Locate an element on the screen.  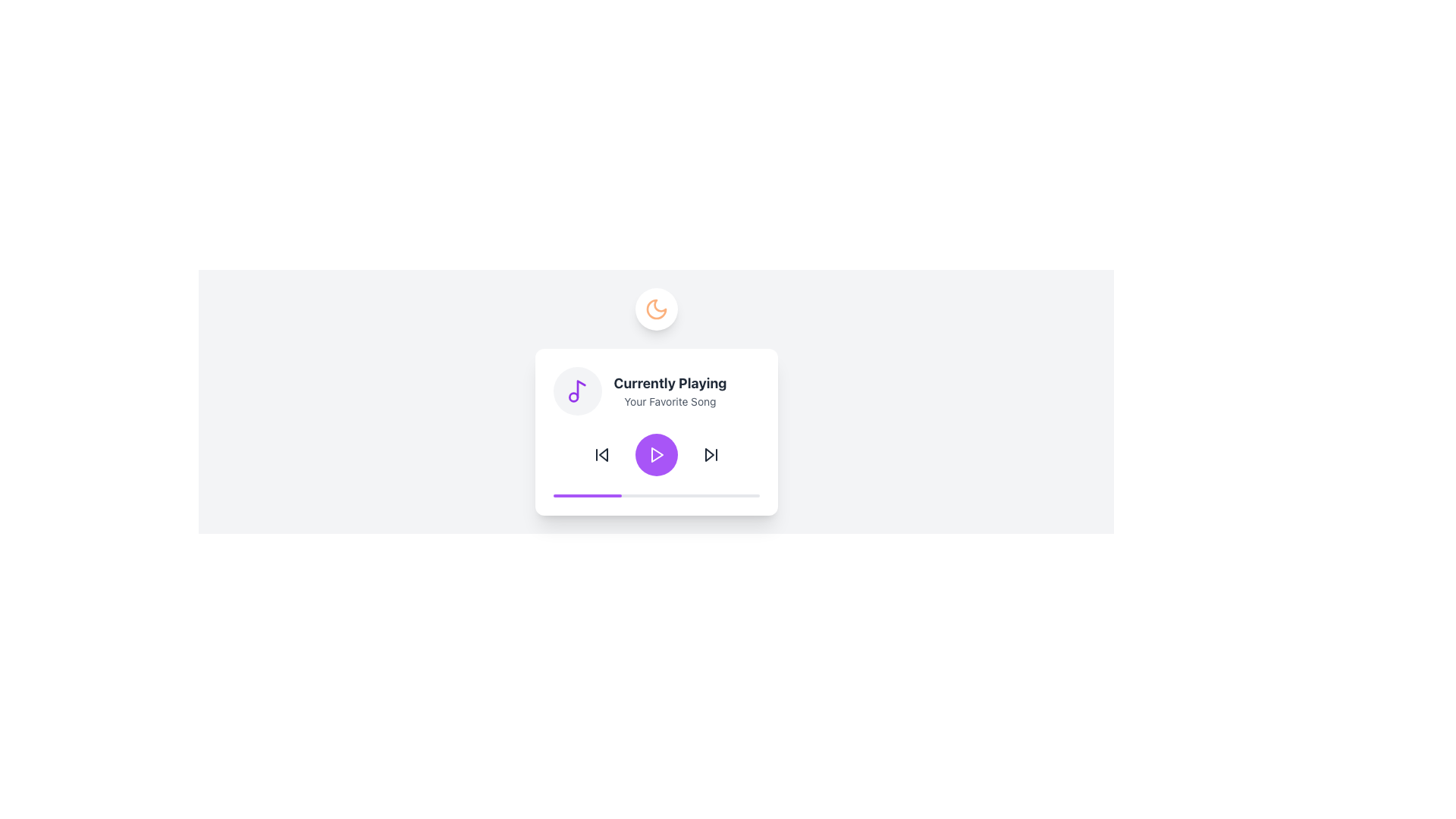
the small circular graphic element representing a note or dot within the music icon is located at coordinates (573, 397).